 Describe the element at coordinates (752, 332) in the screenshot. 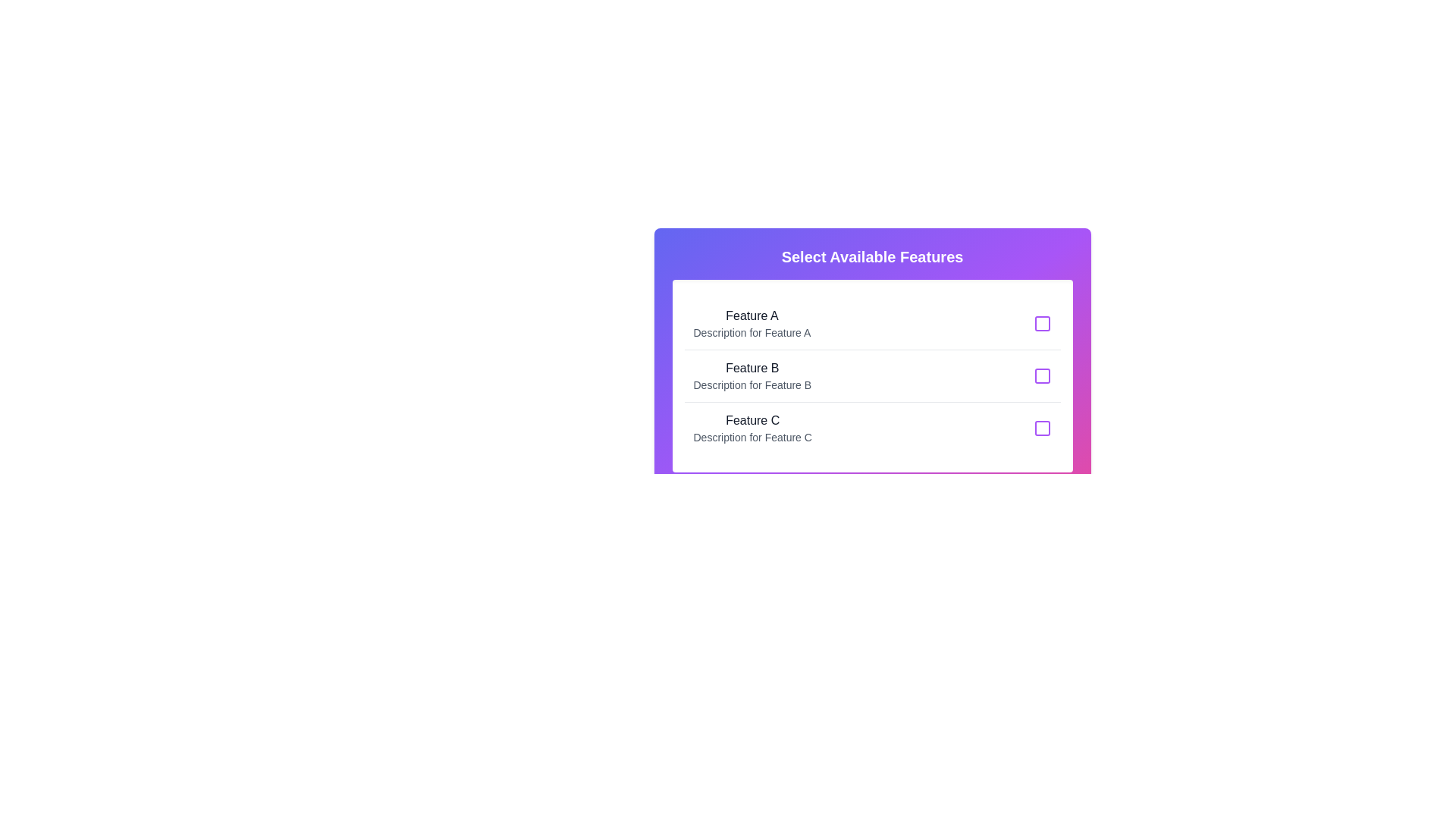

I see `the text label that reads 'Description for Feature A', which is positioned directly below the title 'Feature A' in the 'Select Available Features' section` at that location.